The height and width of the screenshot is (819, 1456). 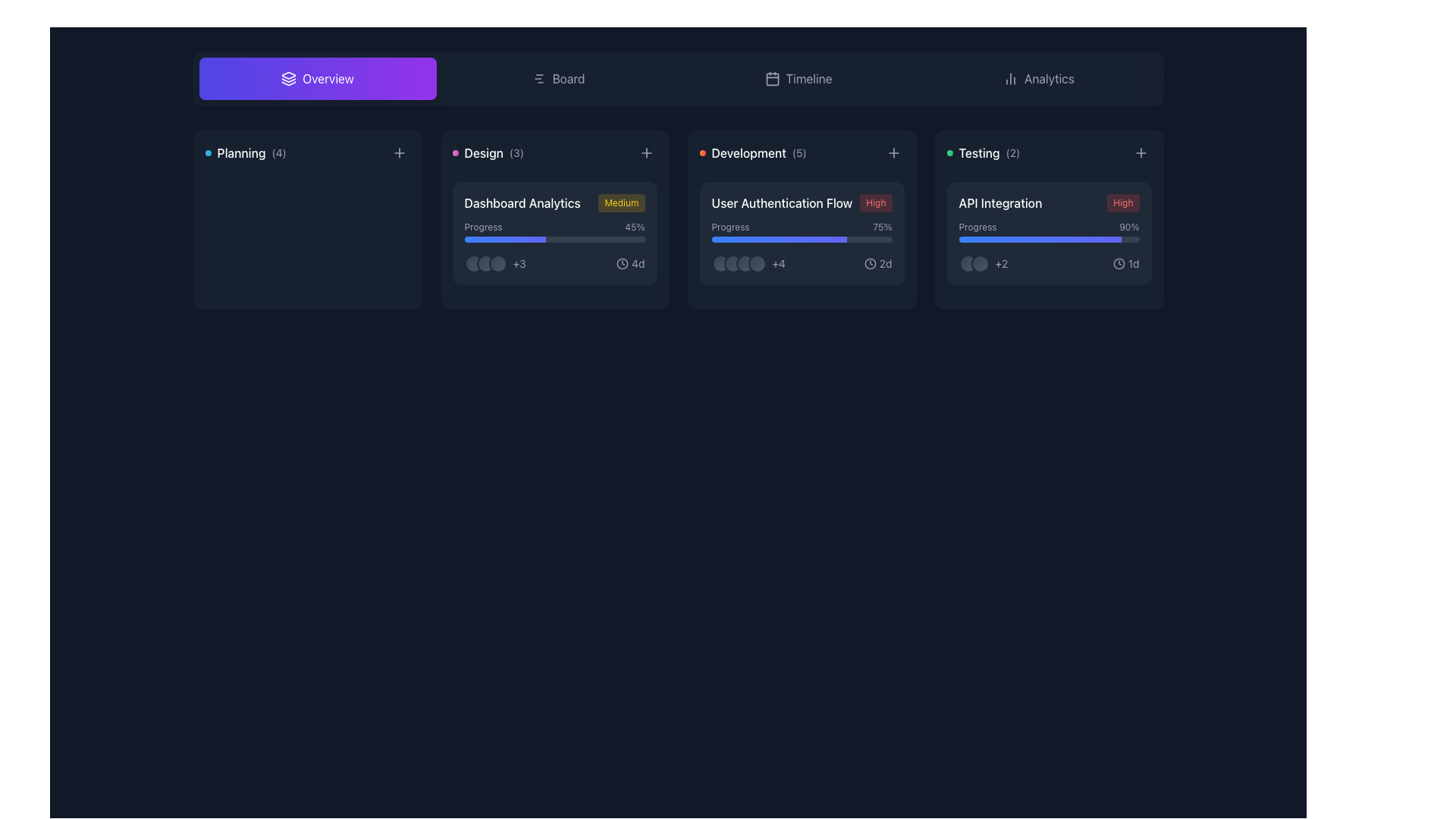 I want to click on the displayed information of the Text Label showing '45%' located next to the word 'Progress' in the Design panel of the Dashboard Analytics, so click(x=635, y=227).